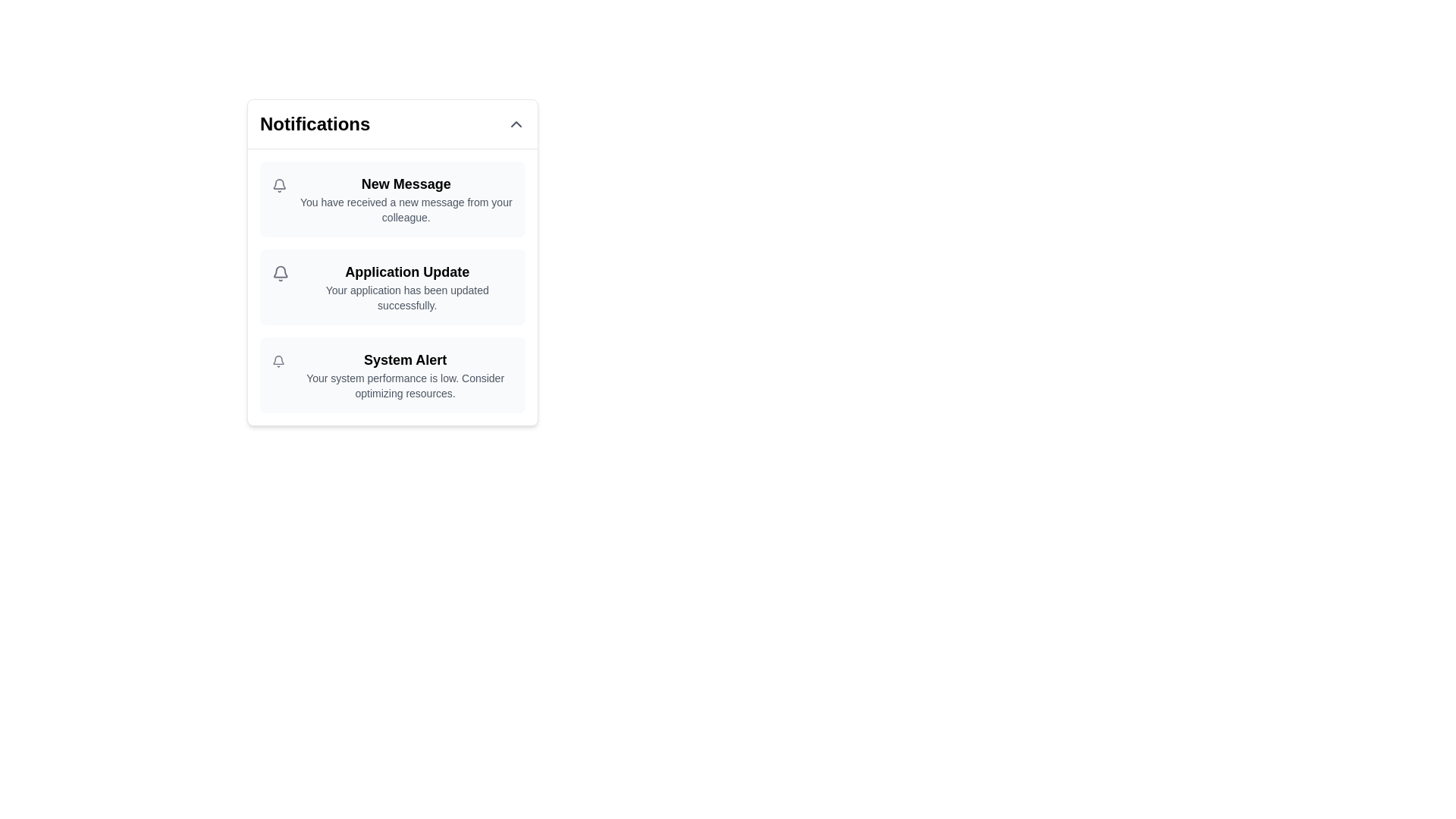 The image size is (1456, 819). Describe the element at coordinates (281, 274) in the screenshot. I see `the bell icon representing notifications in the 'Application Update' notification, which is the second in the list of notifications` at that location.